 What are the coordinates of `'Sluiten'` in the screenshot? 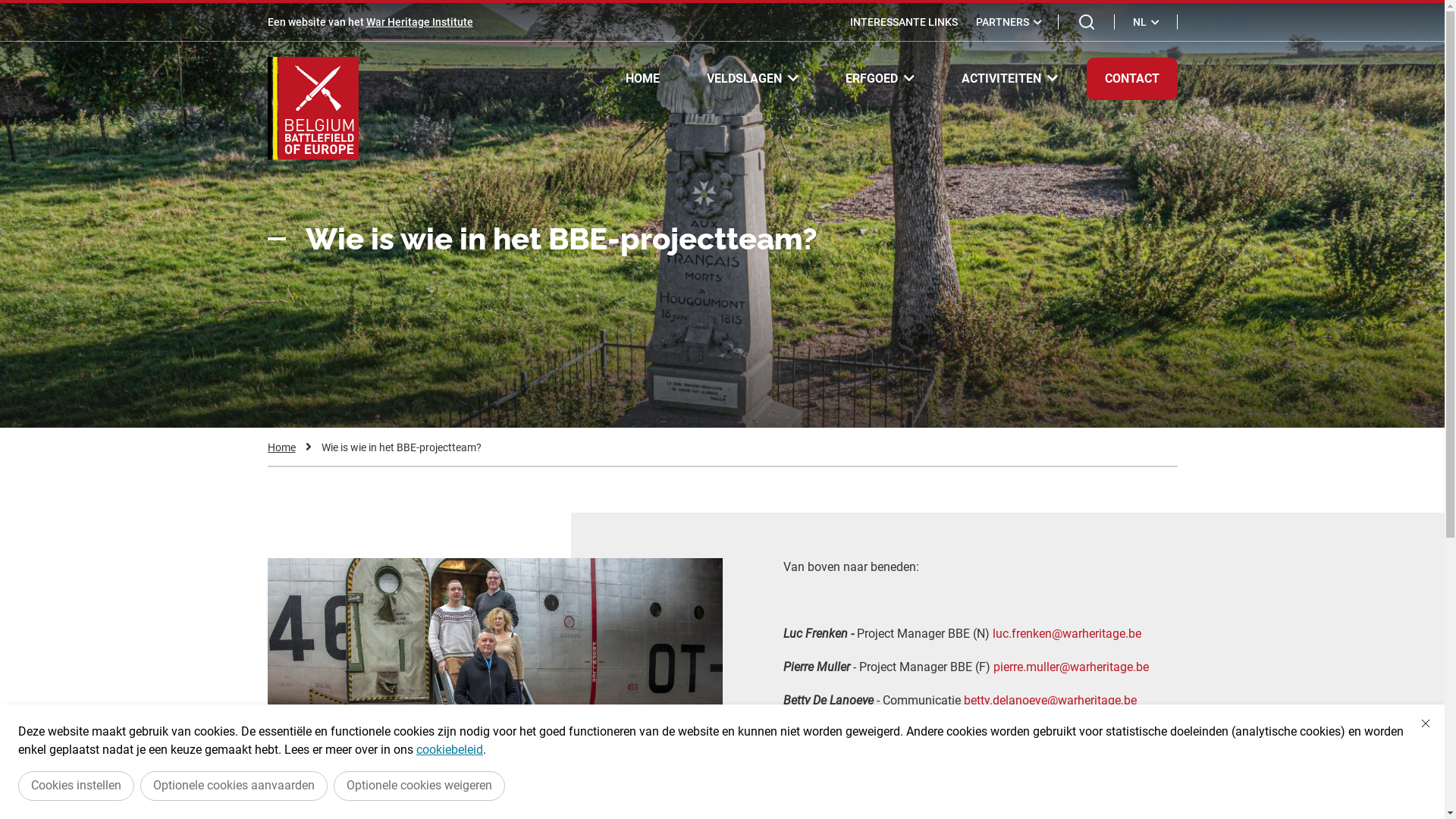 It's located at (1415, 722).